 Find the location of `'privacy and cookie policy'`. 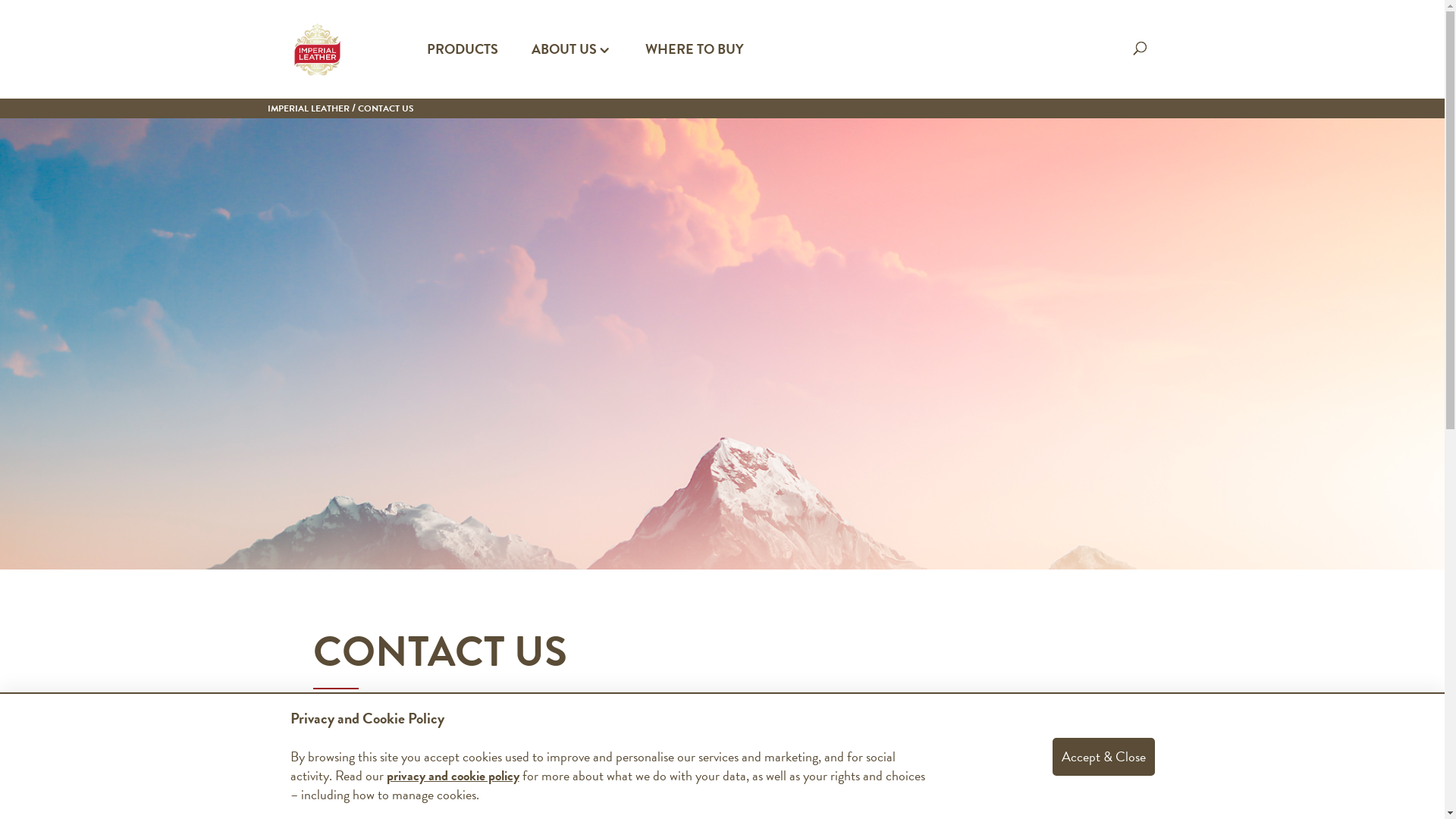

'privacy and cookie policy' is located at coordinates (386, 775).